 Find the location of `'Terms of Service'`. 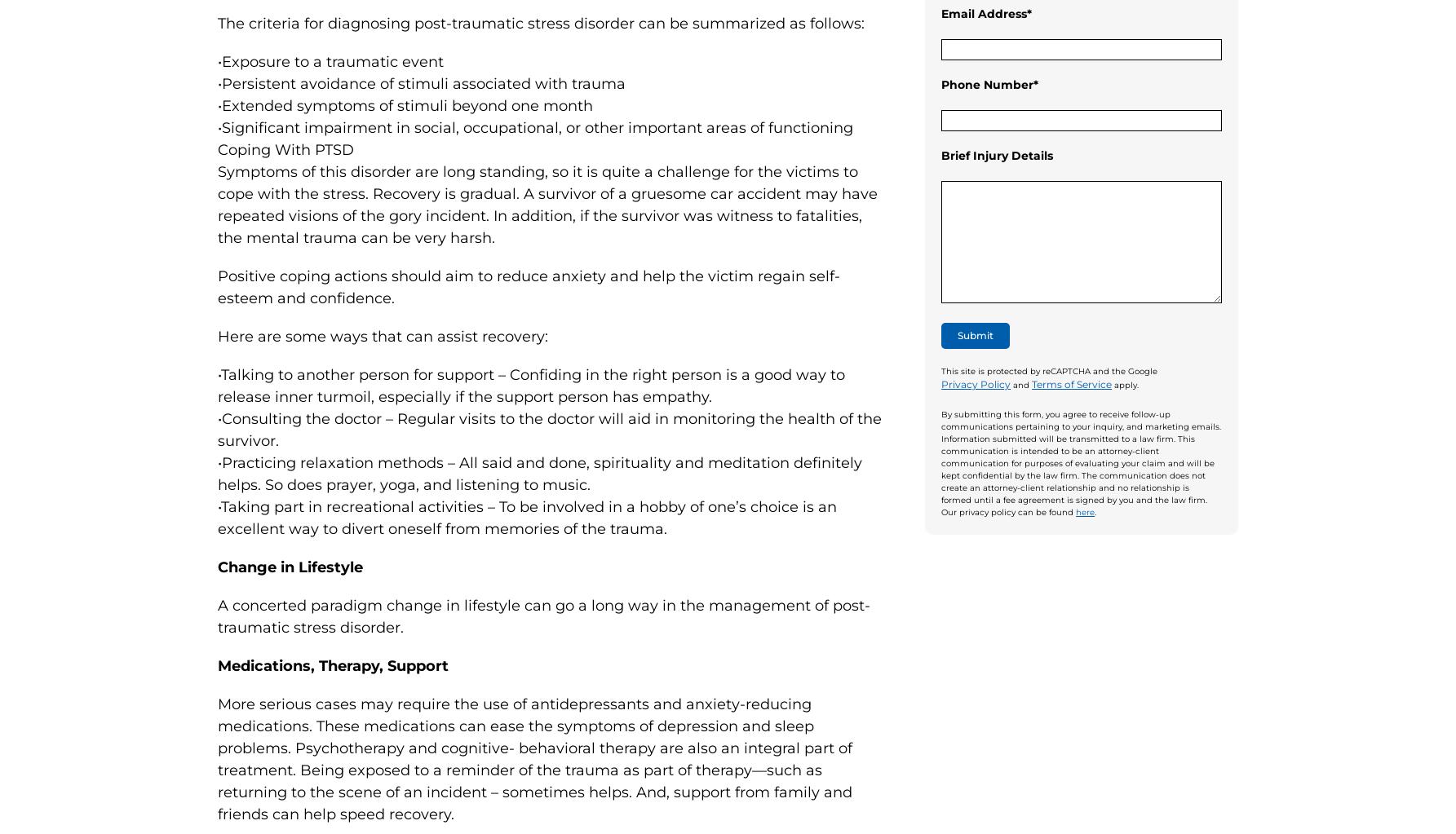

'Terms of Service' is located at coordinates (1071, 383).